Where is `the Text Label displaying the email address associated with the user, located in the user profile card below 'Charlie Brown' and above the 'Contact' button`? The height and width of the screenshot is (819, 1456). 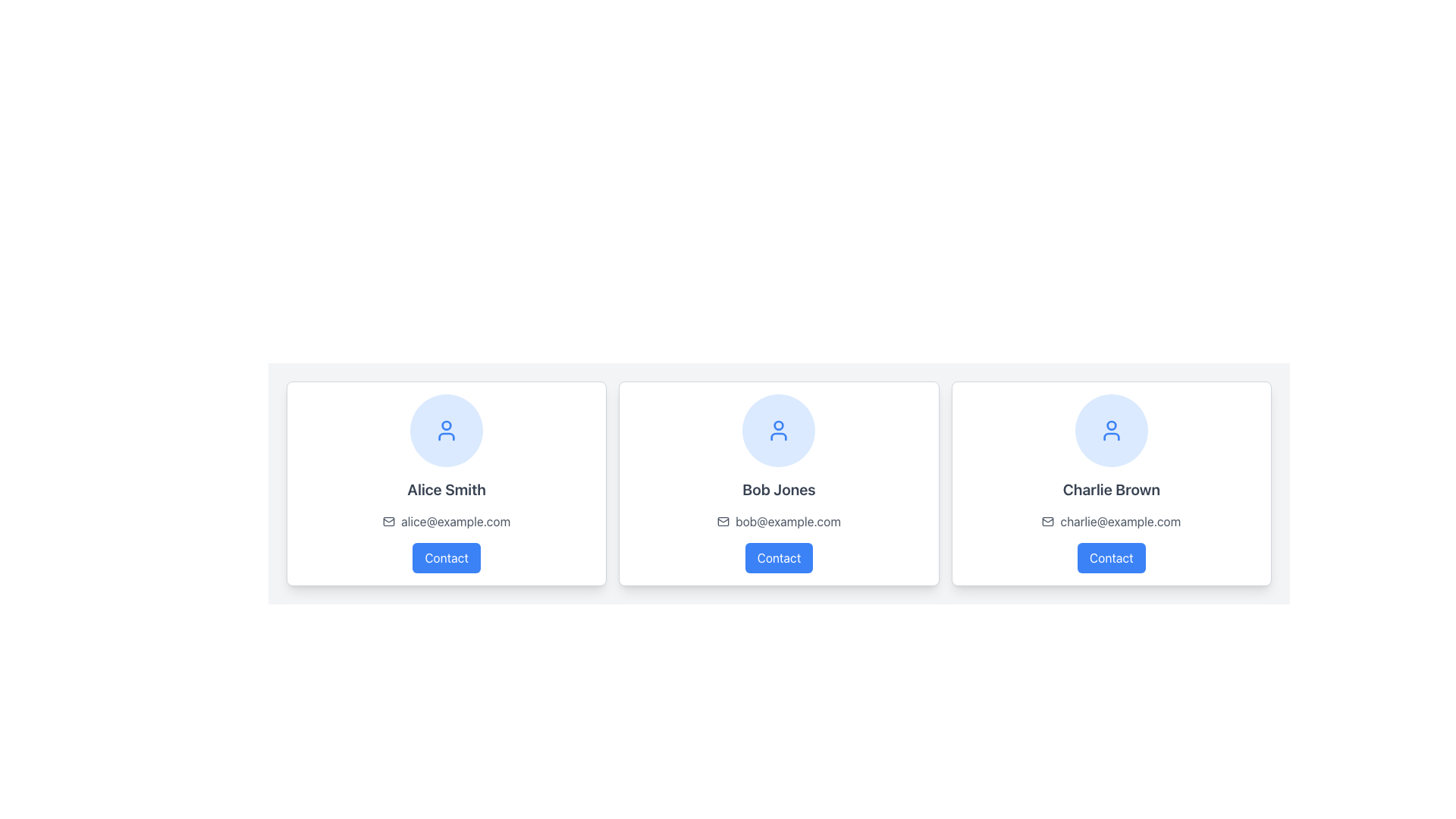
the Text Label displaying the email address associated with the user, located in the user profile card below 'Charlie Brown' and above the 'Contact' button is located at coordinates (1120, 520).